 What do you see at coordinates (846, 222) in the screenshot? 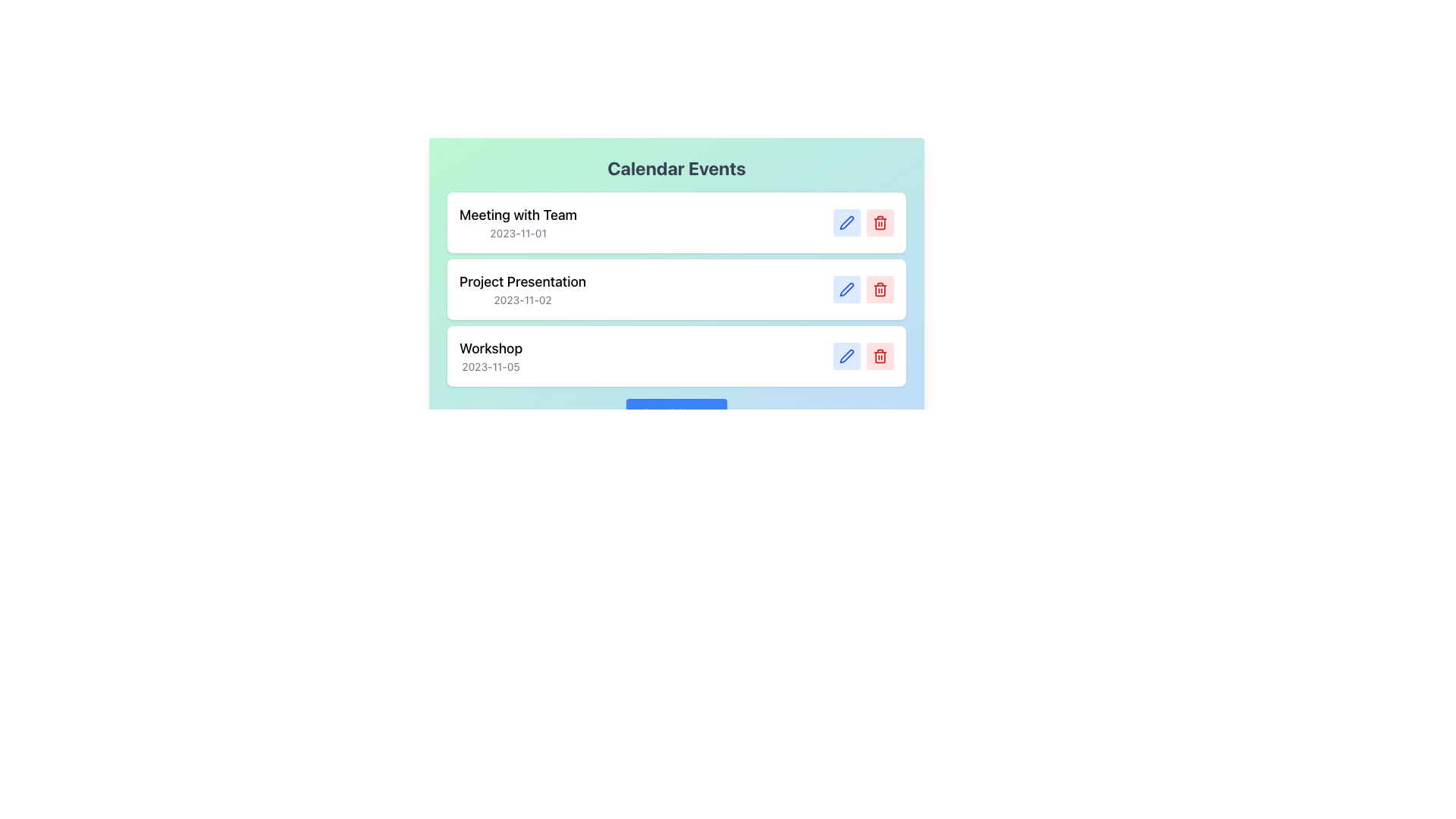
I see `the edit button for the 'Meeting with Team' event located in the upper right of its card` at bounding box center [846, 222].